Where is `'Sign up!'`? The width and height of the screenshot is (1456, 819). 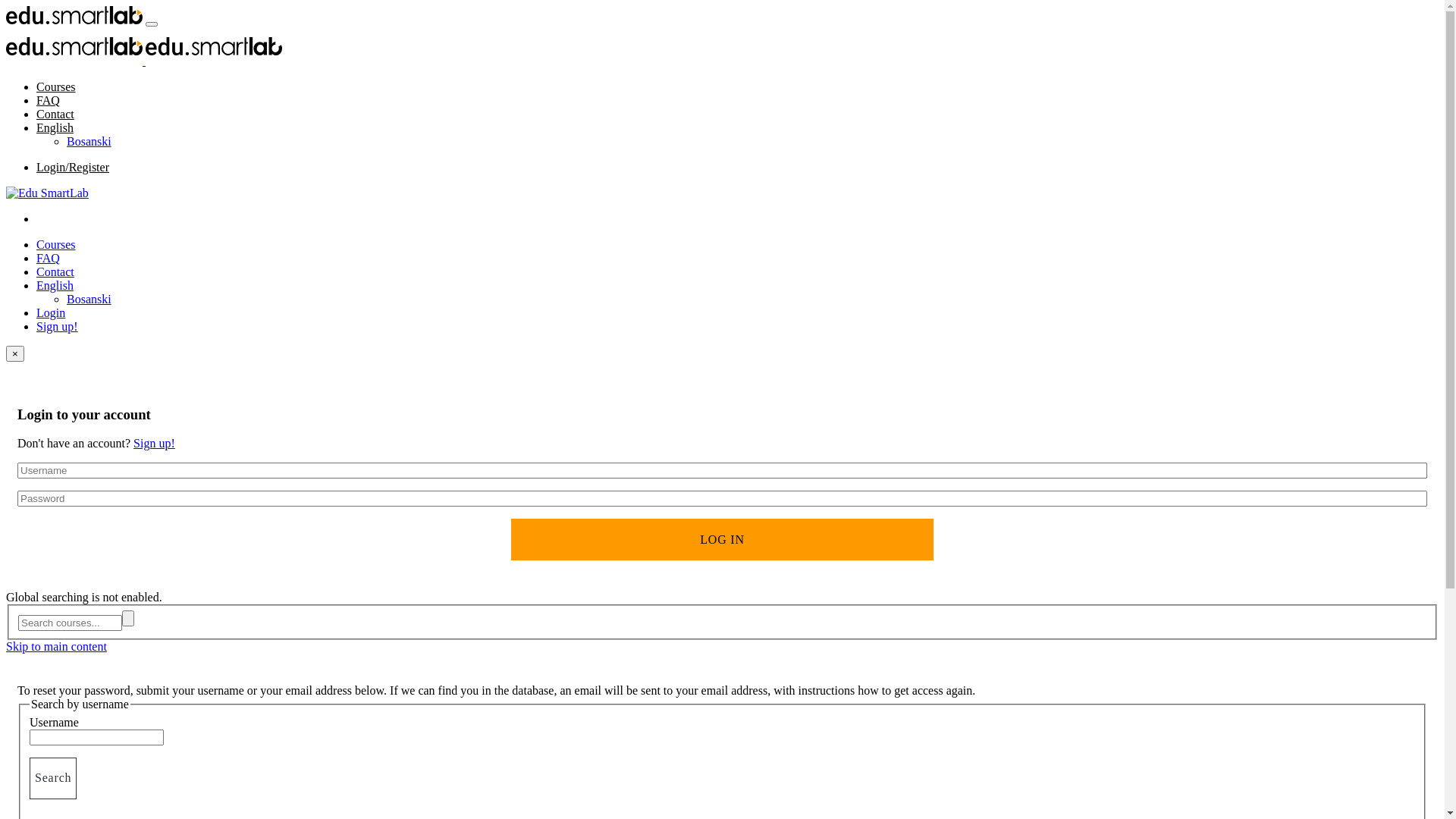
'Sign up!' is located at coordinates (57, 325).